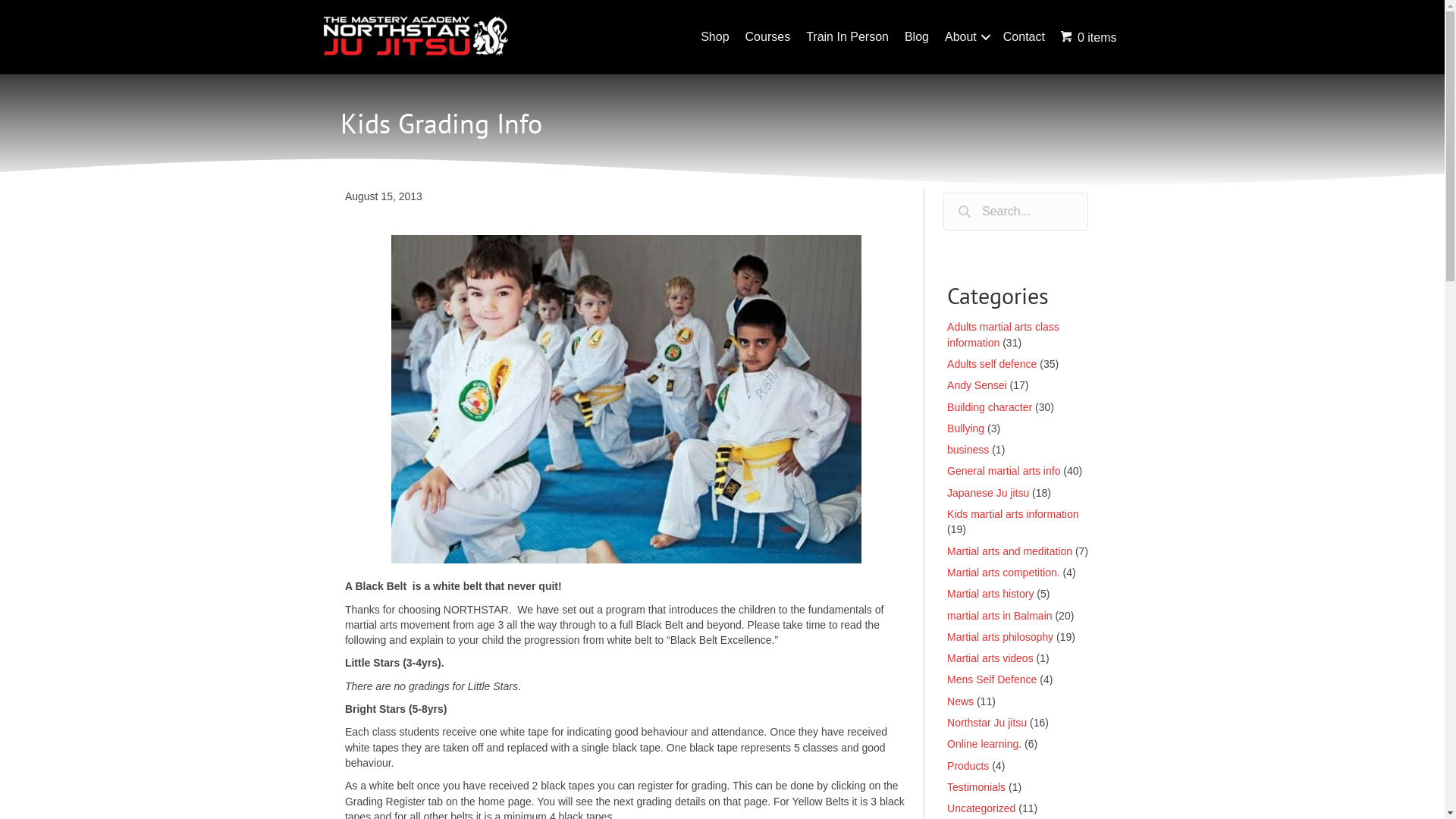 The width and height of the screenshot is (1456, 819). I want to click on 'Mens Self Defence', so click(992, 678).